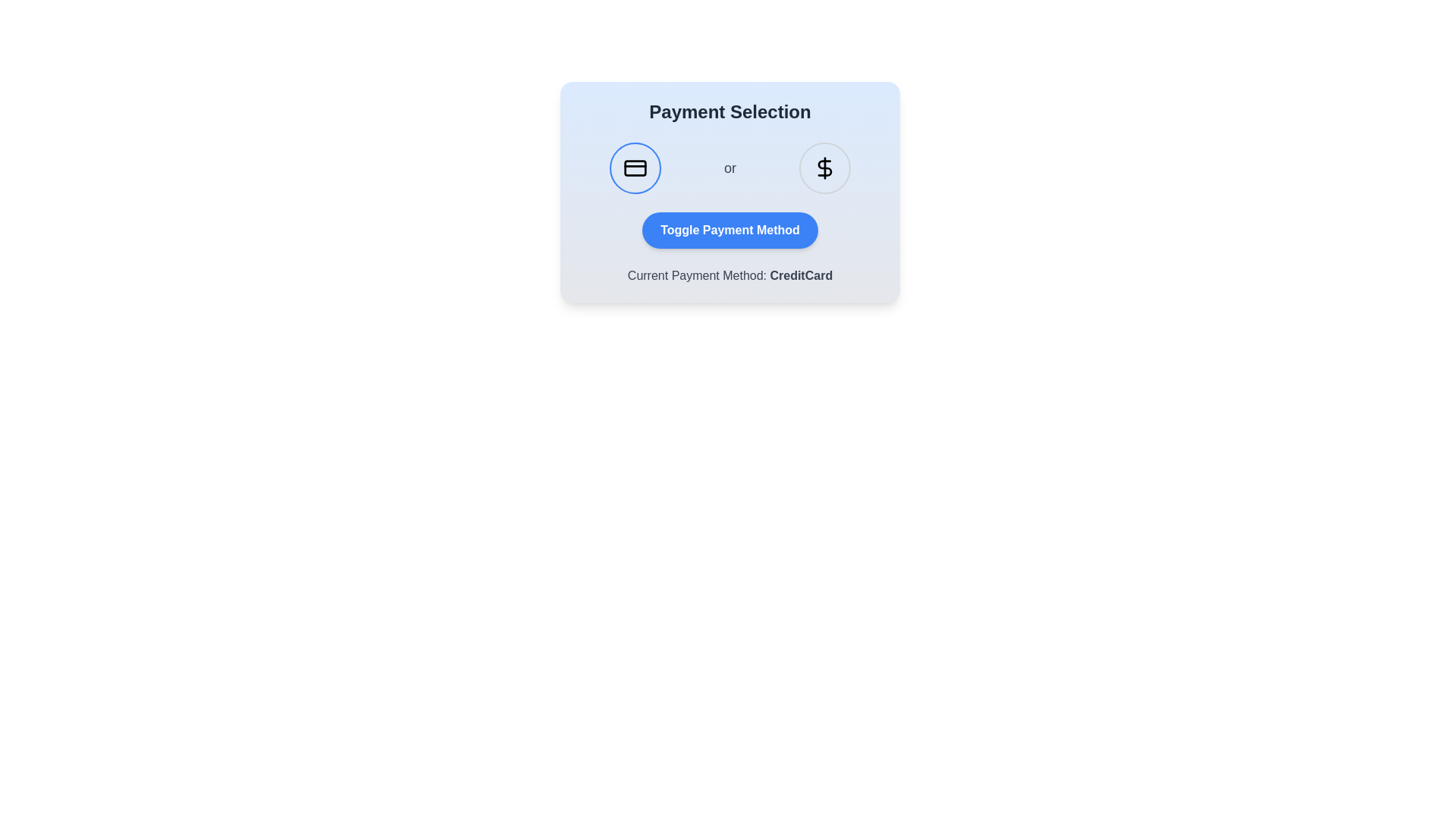 The height and width of the screenshot is (819, 1456). I want to click on the text label displaying 'or', which is centrally placed between two circular payment method buttons, styled in medium gray font, so click(730, 168).